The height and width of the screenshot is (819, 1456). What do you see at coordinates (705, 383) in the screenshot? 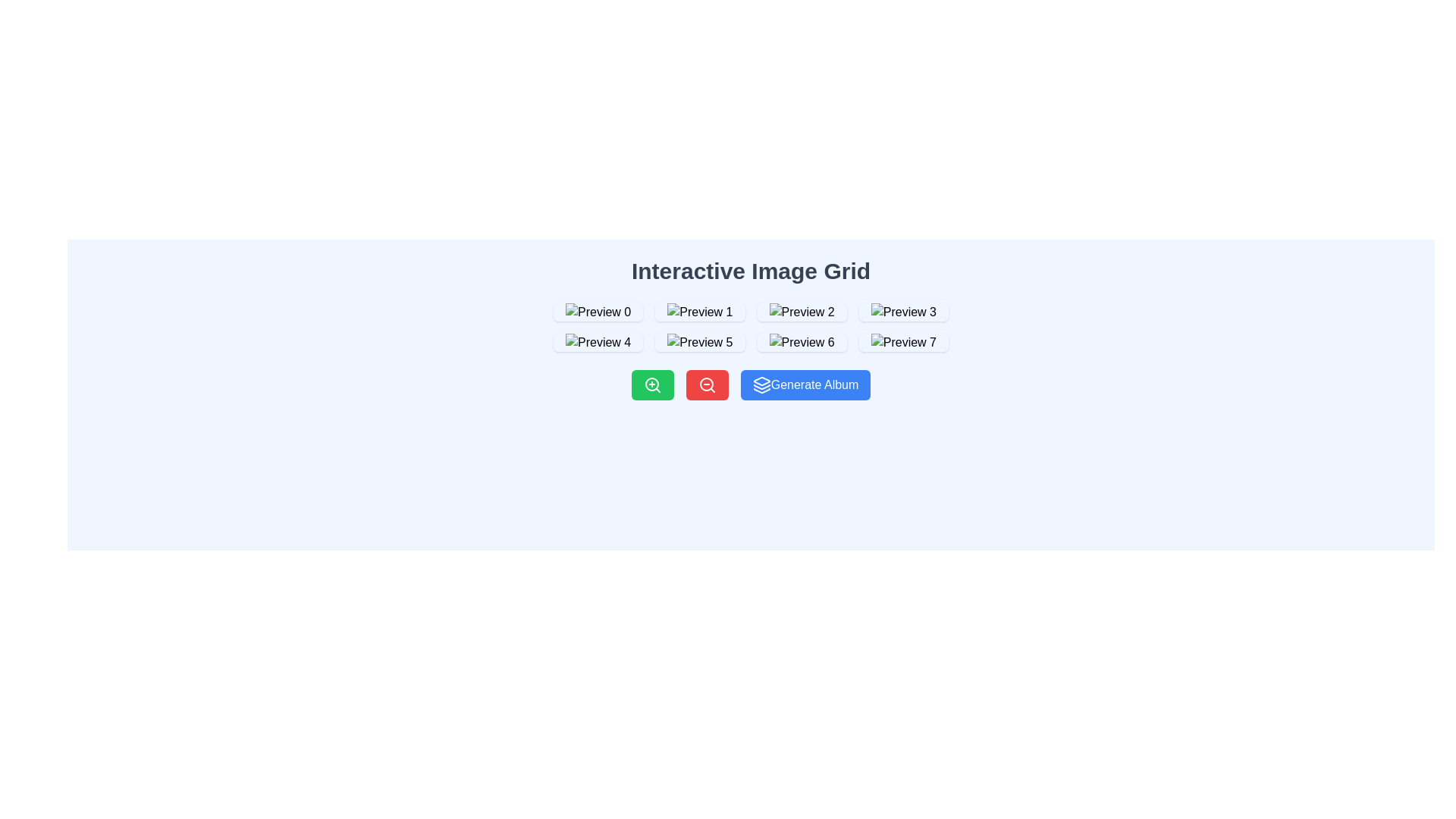
I see `the central SVG circle element of the magnifying glass icon to activate the zooming function` at bounding box center [705, 383].